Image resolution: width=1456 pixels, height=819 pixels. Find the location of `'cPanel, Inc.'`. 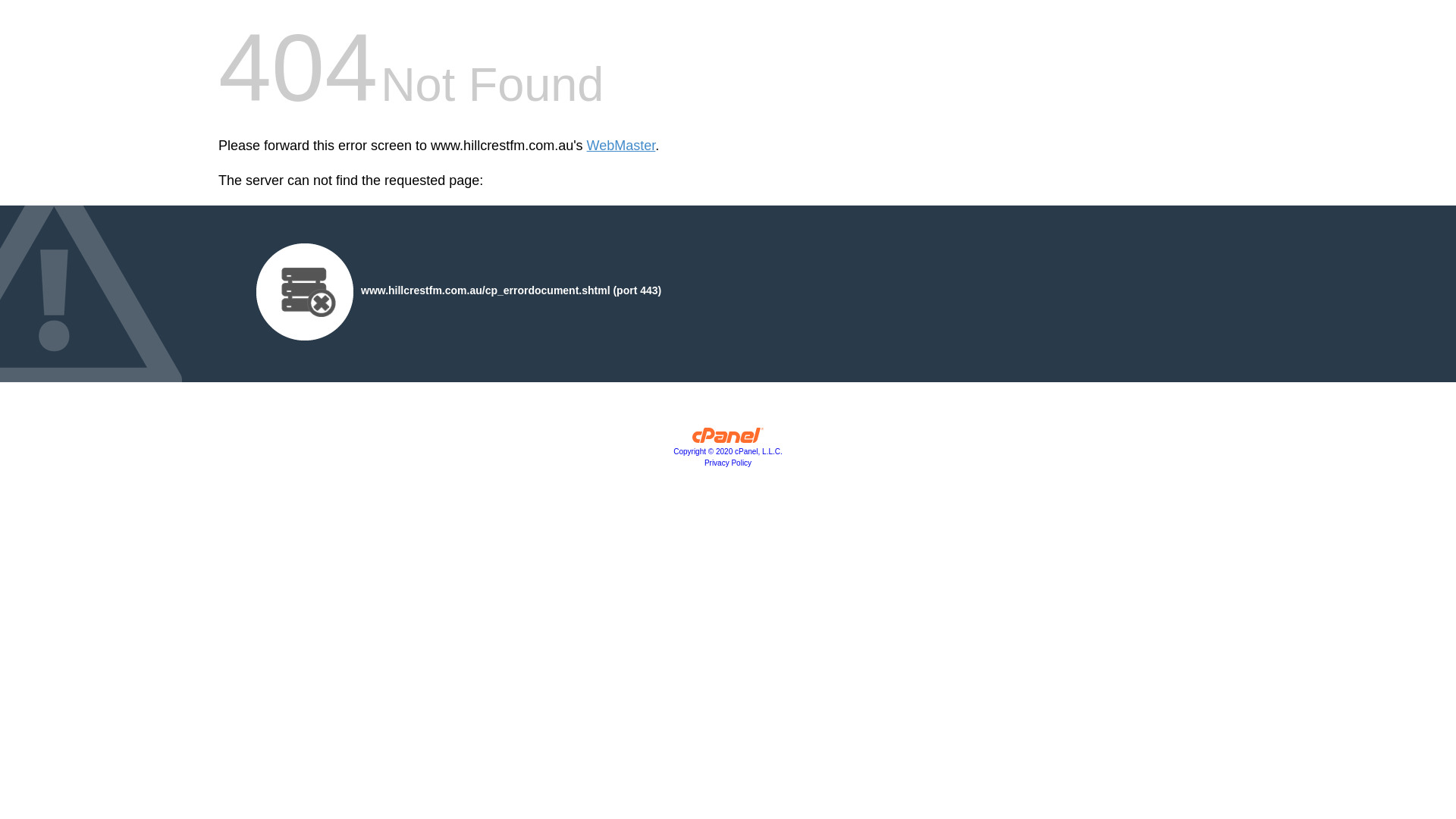

'cPanel, Inc.' is located at coordinates (691, 438).